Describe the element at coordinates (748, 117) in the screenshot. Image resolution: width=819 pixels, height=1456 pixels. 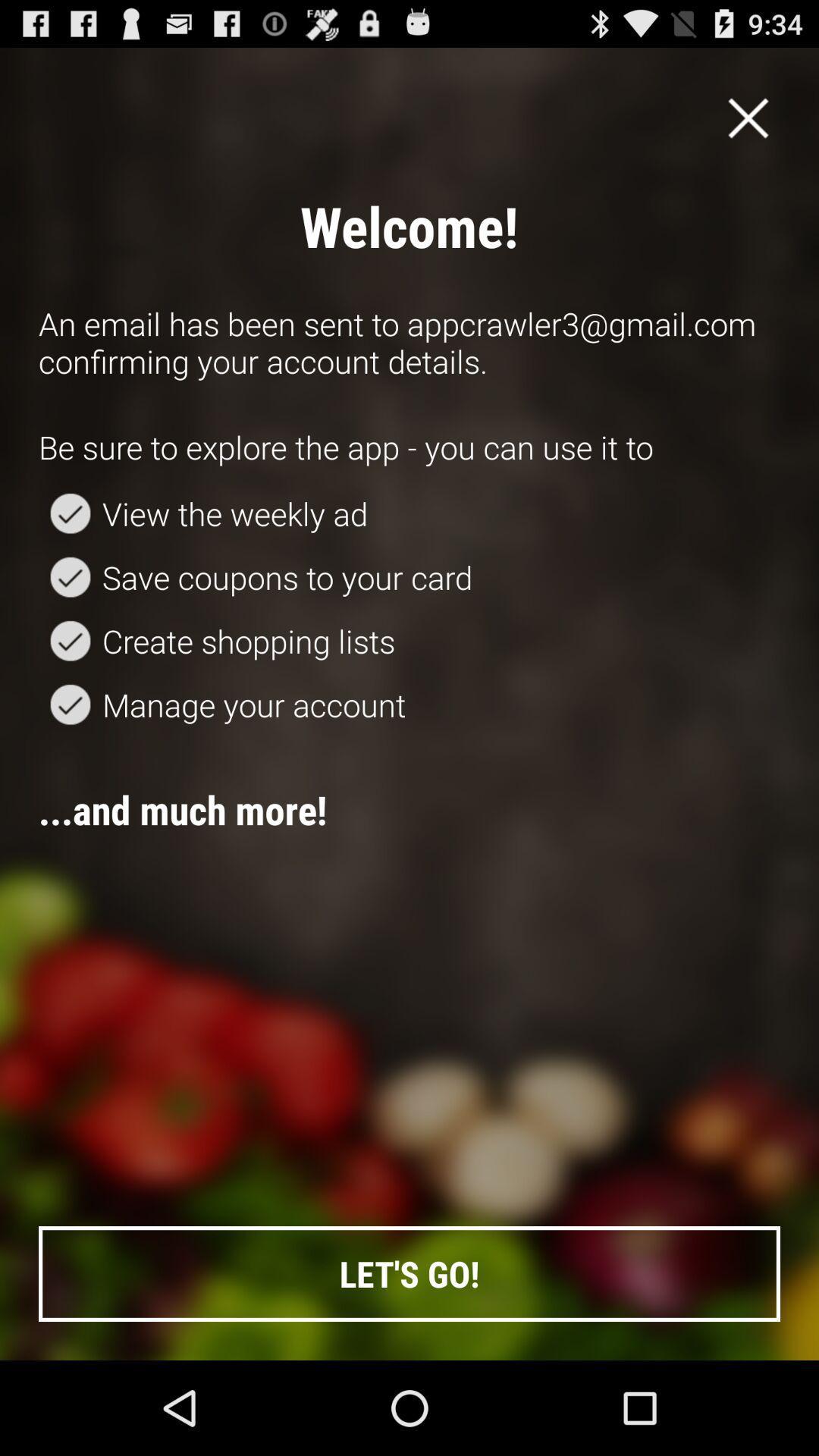
I see `window` at that location.